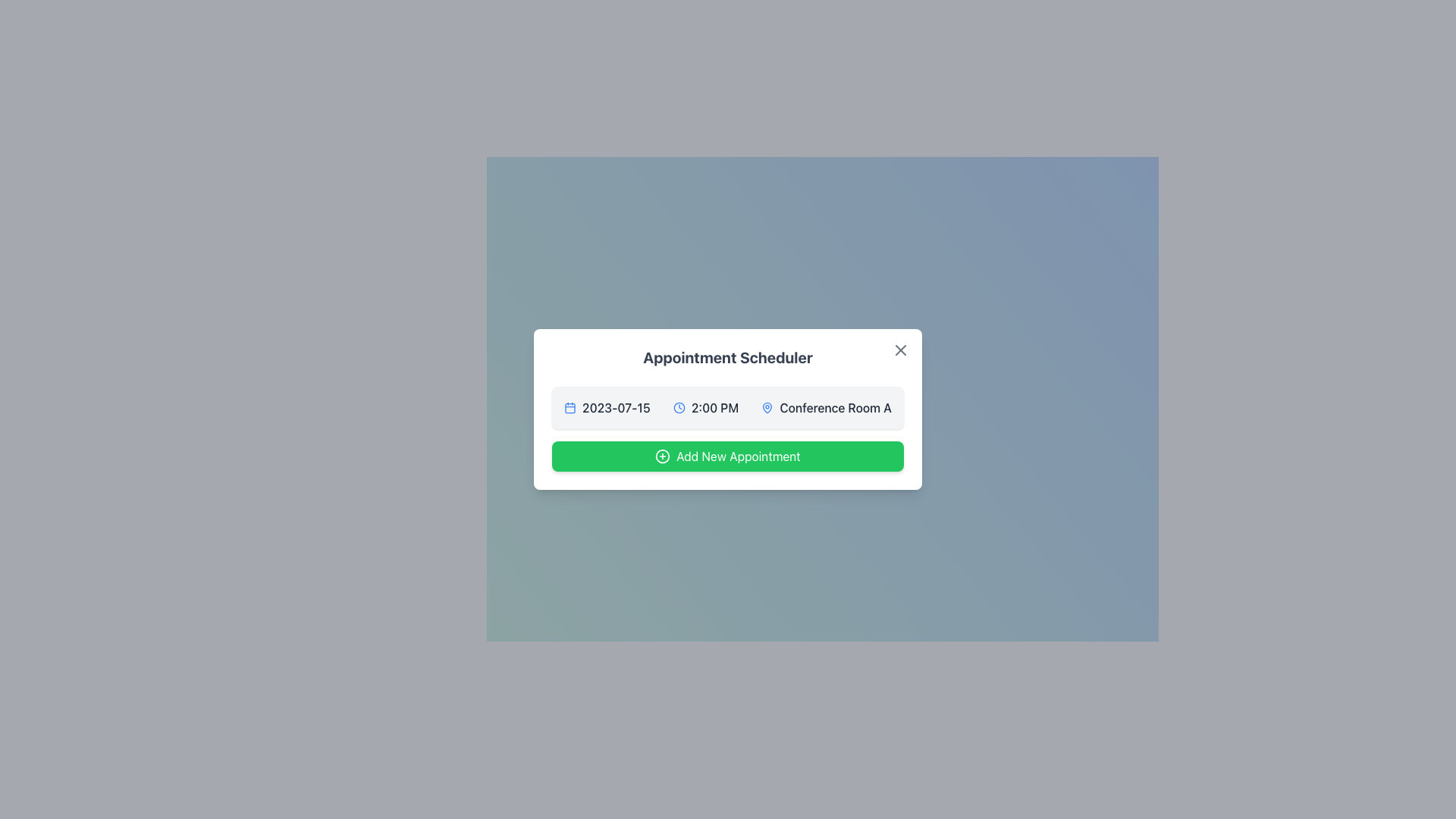 The height and width of the screenshot is (819, 1456). Describe the element at coordinates (662, 455) in the screenshot. I see `the green button labeled 'Add New Appointment' that contains the icon for adding or creating a new item` at that location.